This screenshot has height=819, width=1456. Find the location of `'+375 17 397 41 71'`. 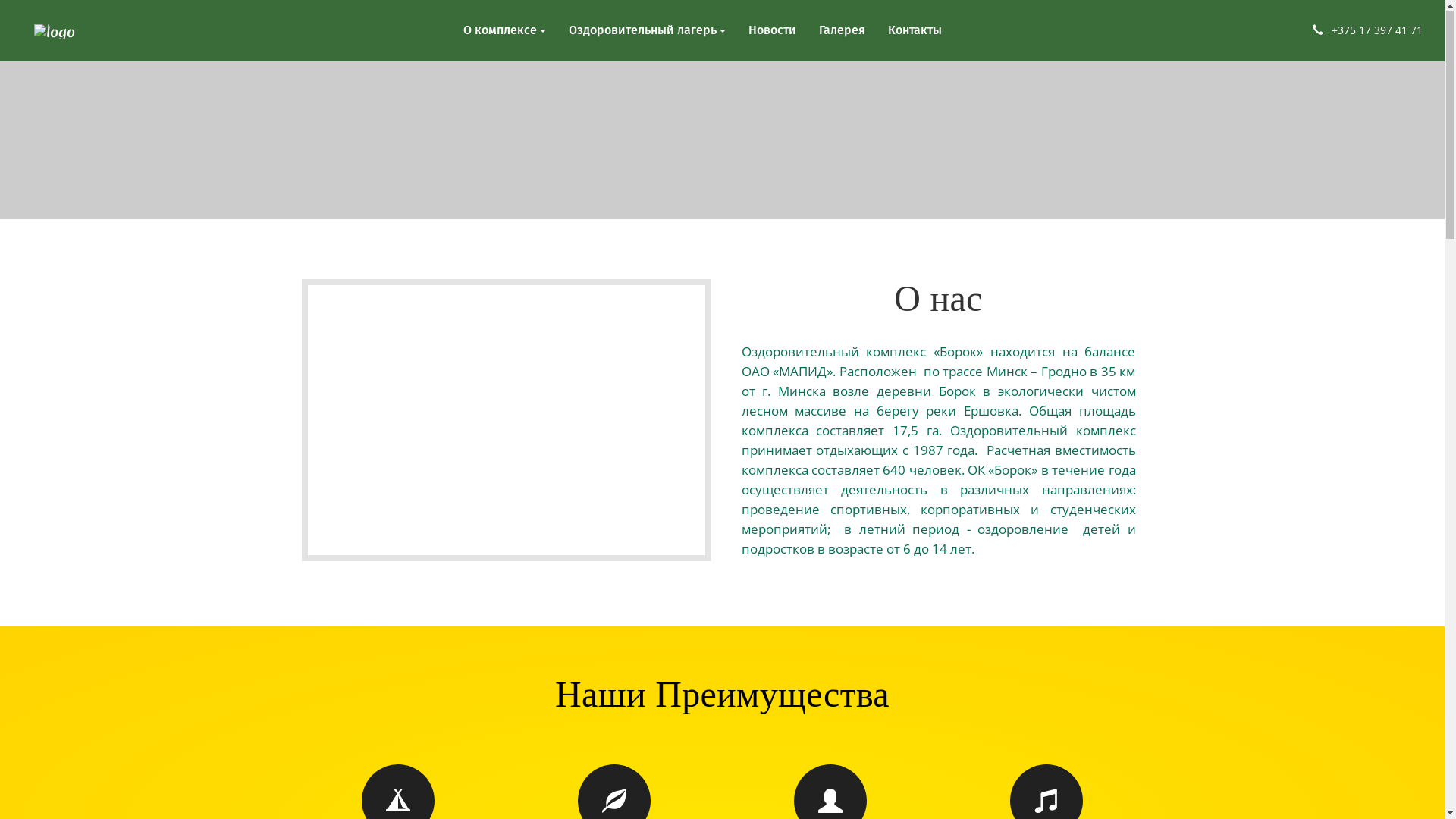

'+375 17 397 41 71' is located at coordinates (1376, 30).